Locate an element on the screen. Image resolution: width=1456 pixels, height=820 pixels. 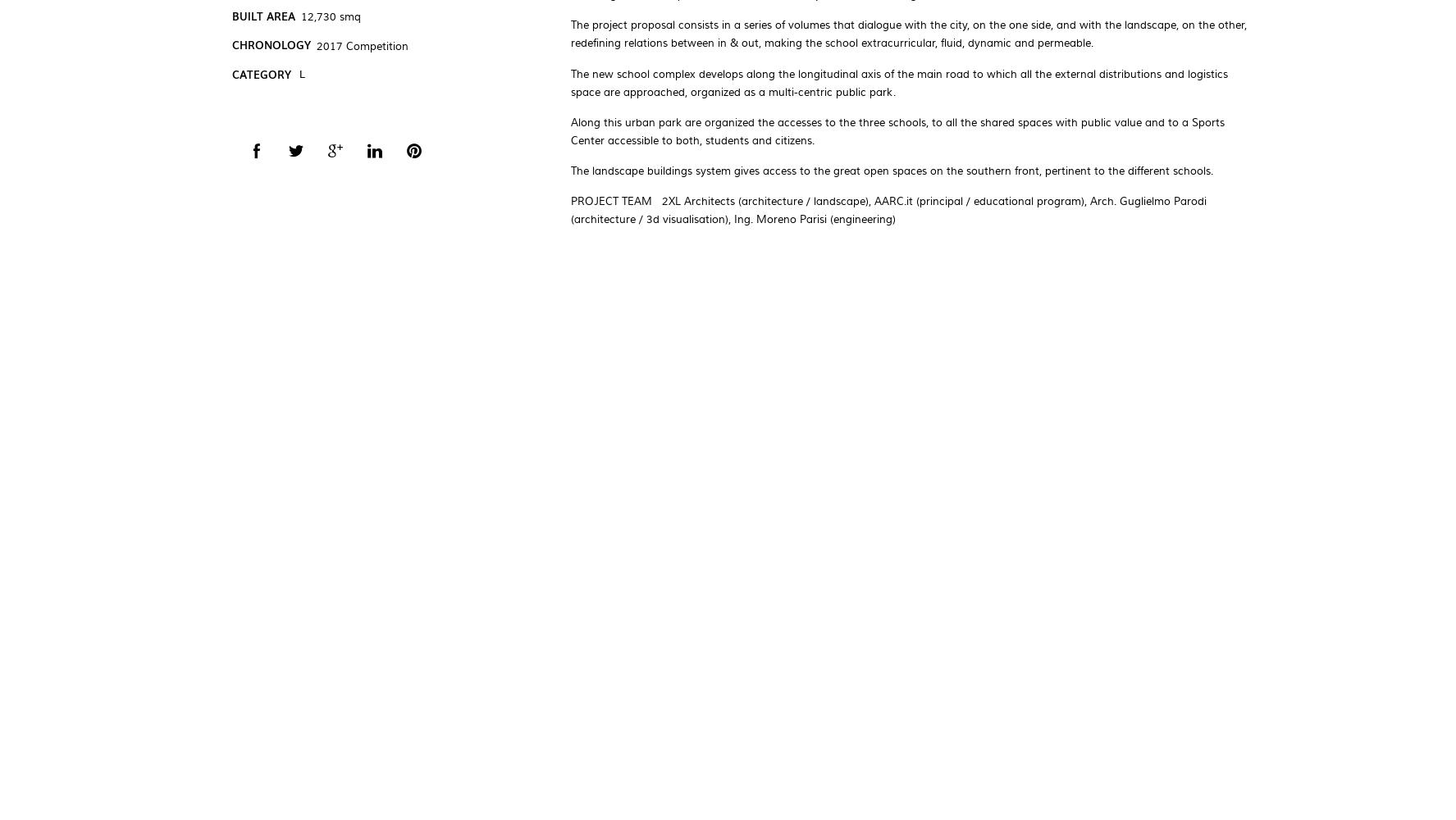
'2017 Competition' is located at coordinates (362, 46).